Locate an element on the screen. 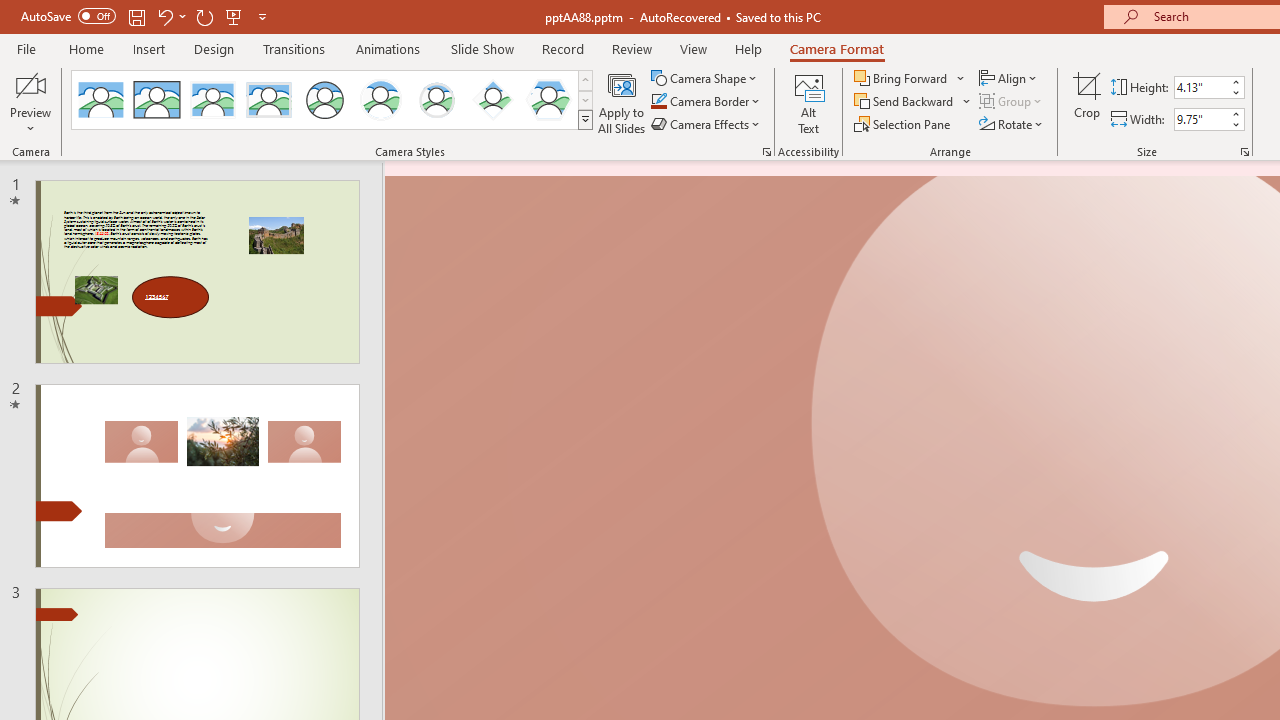 This screenshot has width=1280, height=720. 'Rotate' is located at coordinates (1012, 124).